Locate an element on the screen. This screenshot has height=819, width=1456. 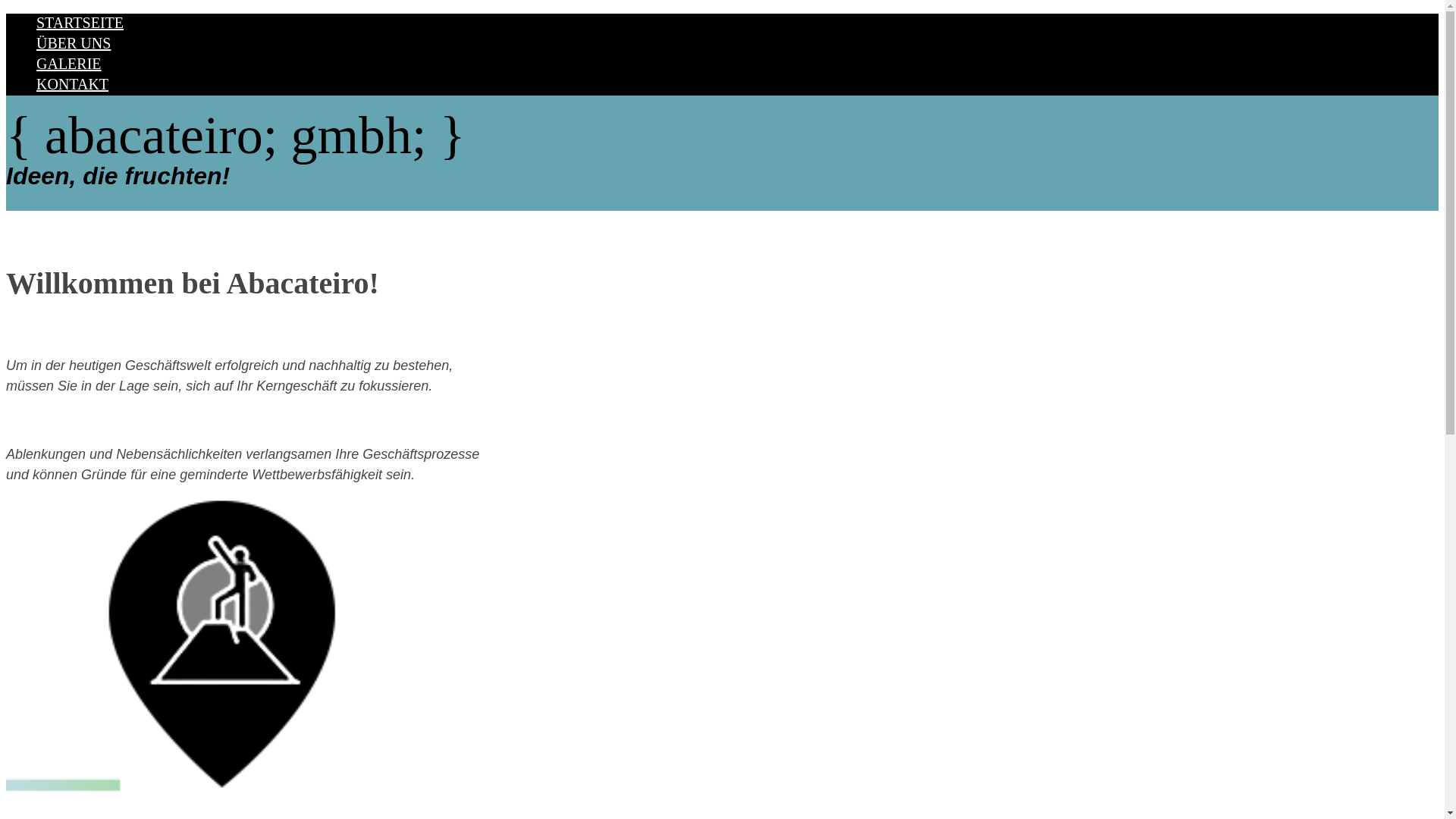
'GALERIE' is located at coordinates (36, 63).